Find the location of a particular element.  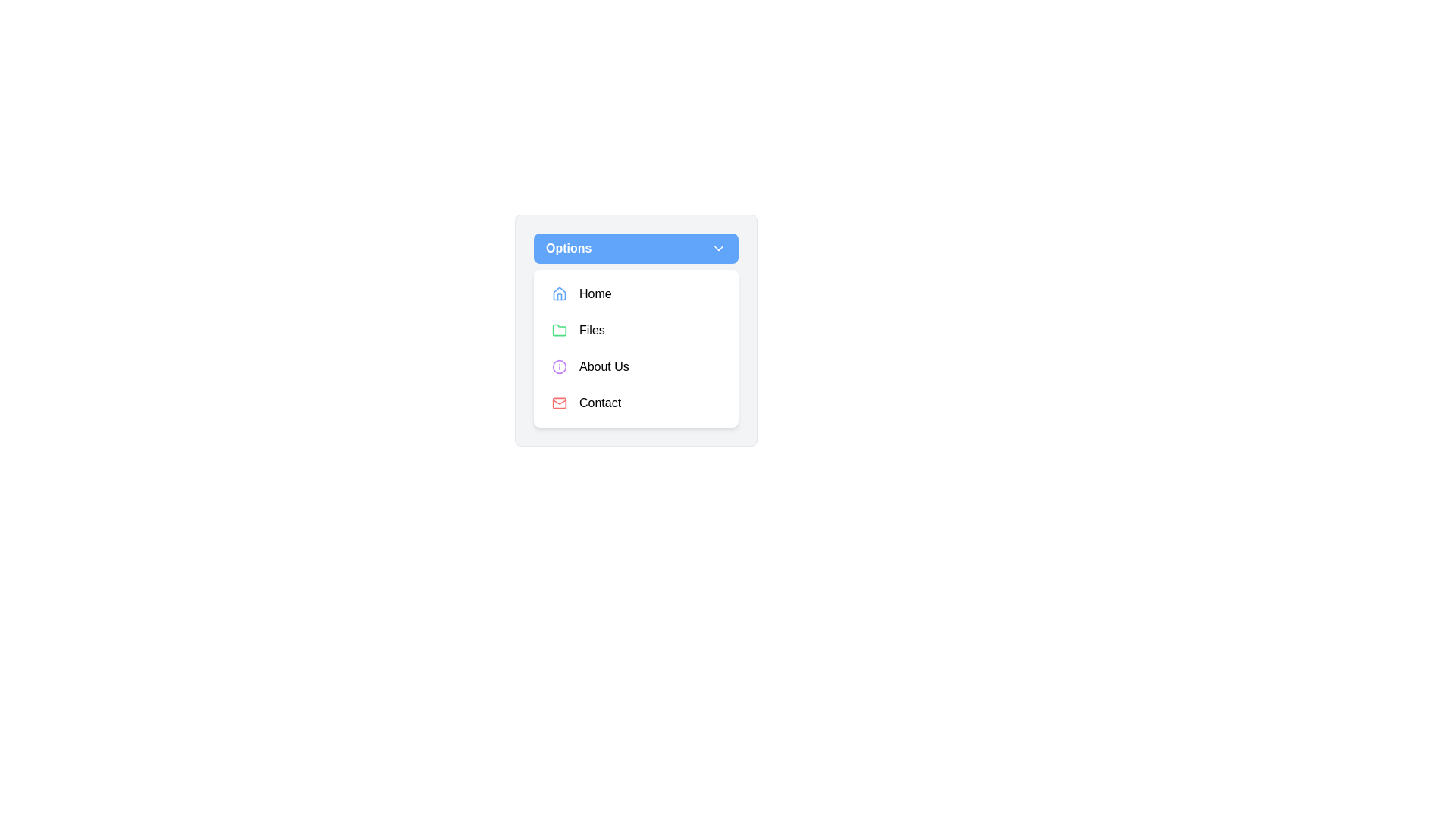

the drop-down menu icon located on the right end of the blue 'Options' button is located at coordinates (718, 247).